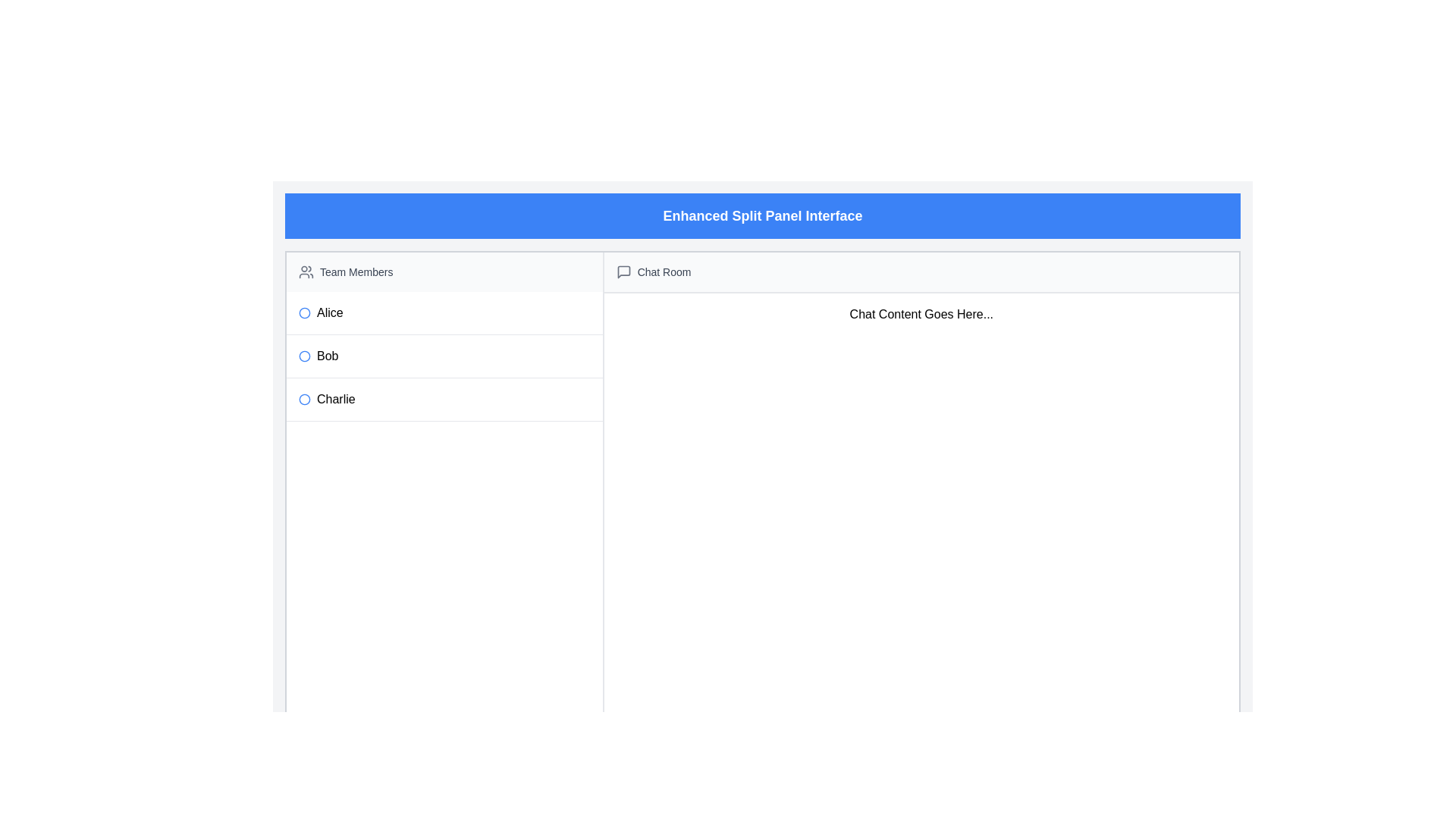 Image resolution: width=1456 pixels, height=819 pixels. Describe the element at coordinates (304, 356) in the screenshot. I see `the selection circle associated with the user entry 'Bob' in the 'Team Members' section` at that location.